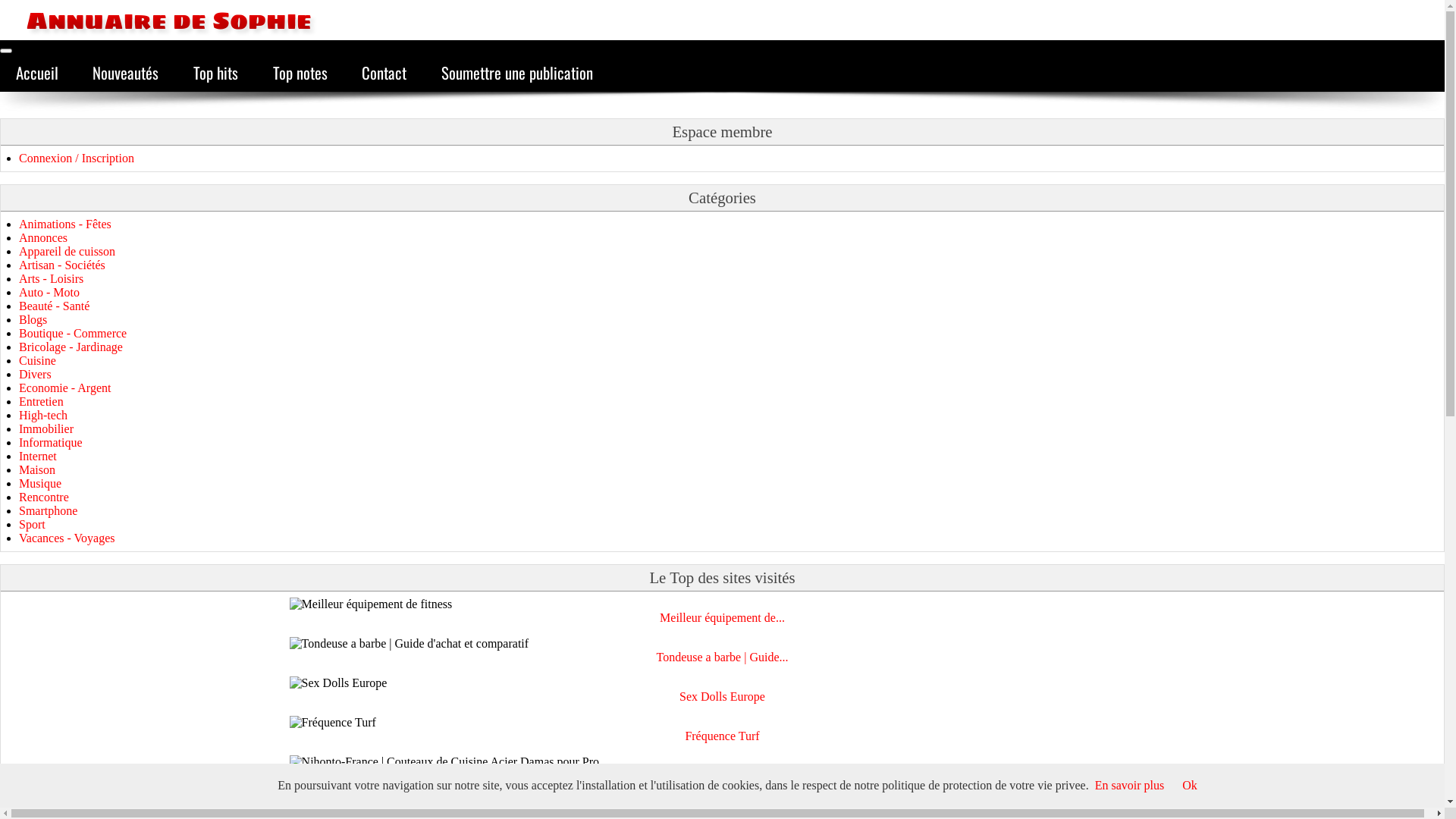  Describe the element at coordinates (18, 332) in the screenshot. I see `'Boutique - Commerce'` at that location.